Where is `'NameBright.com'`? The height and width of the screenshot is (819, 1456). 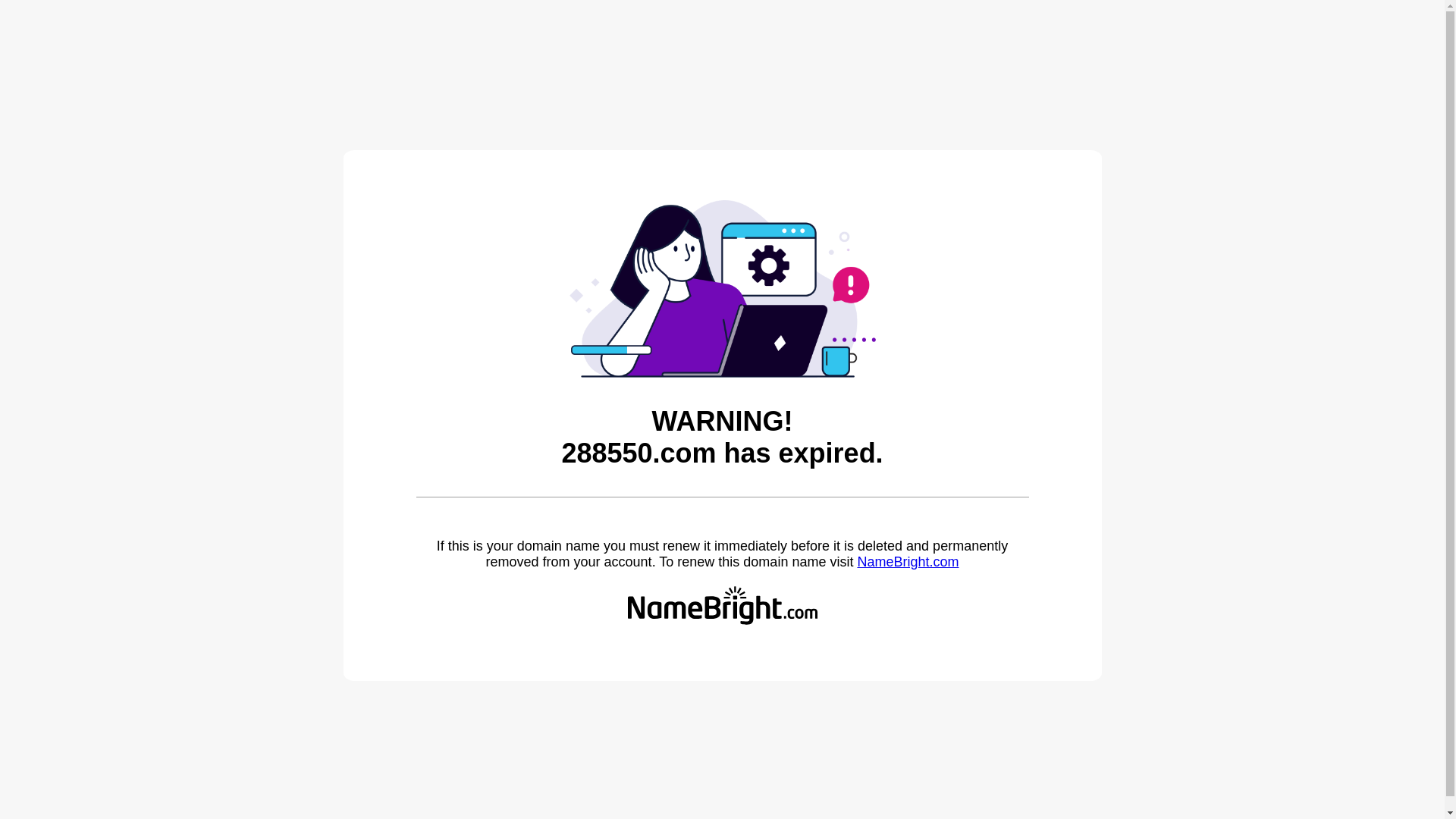 'NameBright.com' is located at coordinates (856, 561).